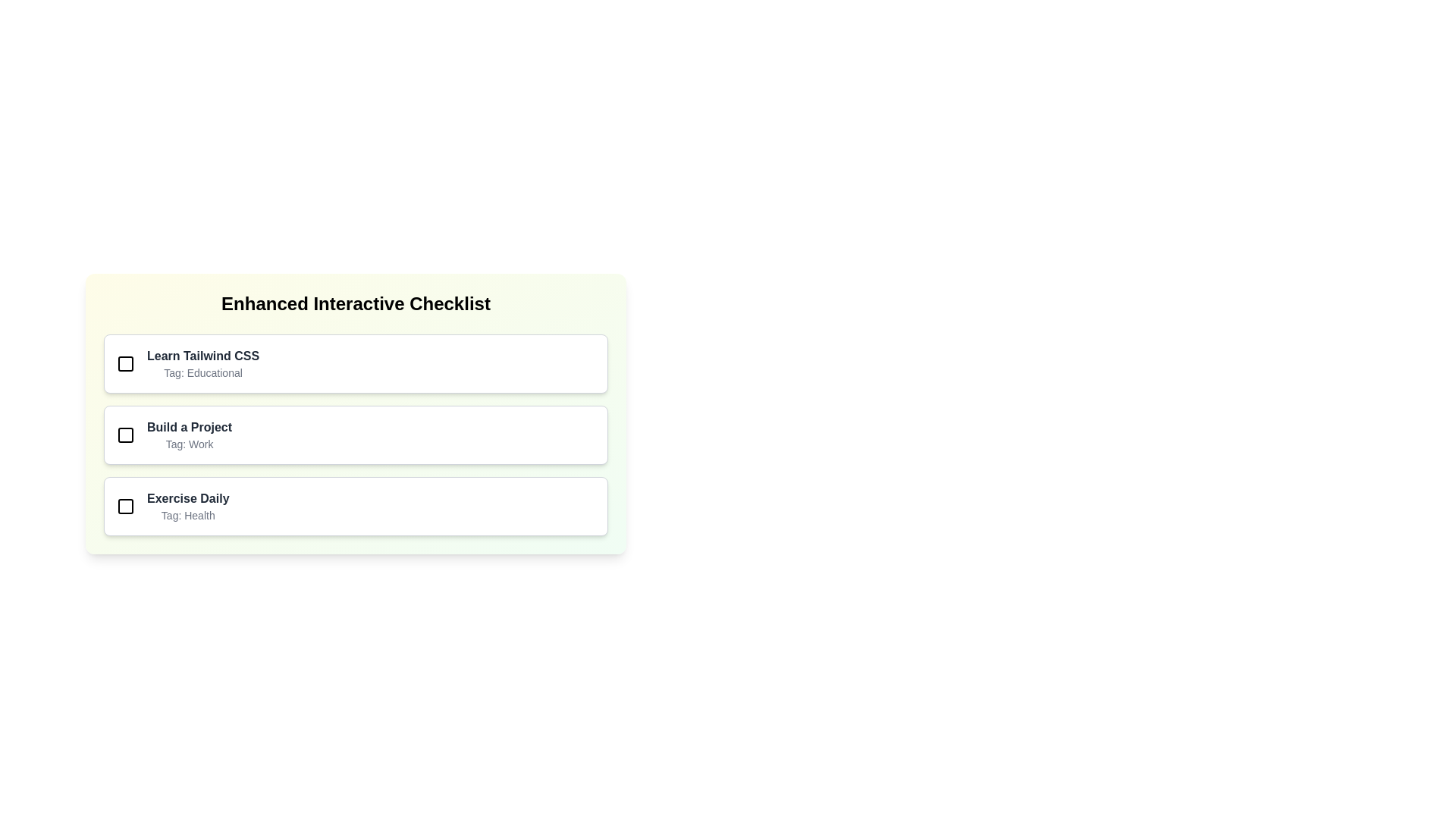 This screenshot has width=1456, height=819. What do you see at coordinates (126, 506) in the screenshot?
I see `the square-shaped graphical icon located in the leftmost region of the list item containing the text 'Exercise Daily' and the subtext 'Tag: Health'` at bounding box center [126, 506].